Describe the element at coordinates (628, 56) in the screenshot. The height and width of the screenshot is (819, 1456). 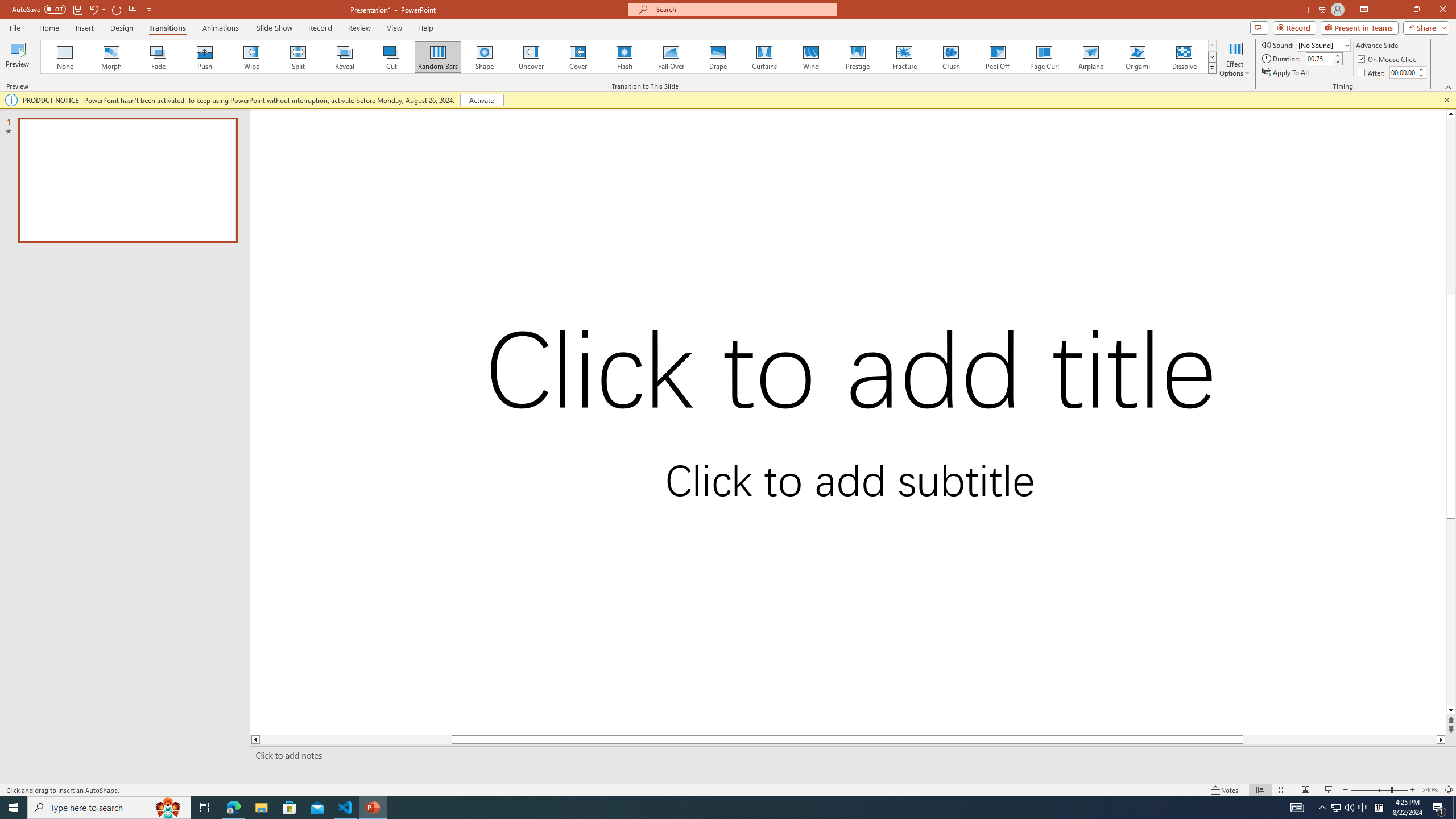
I see `'AutomationID: AnimationTransitionGallery'` at that location.